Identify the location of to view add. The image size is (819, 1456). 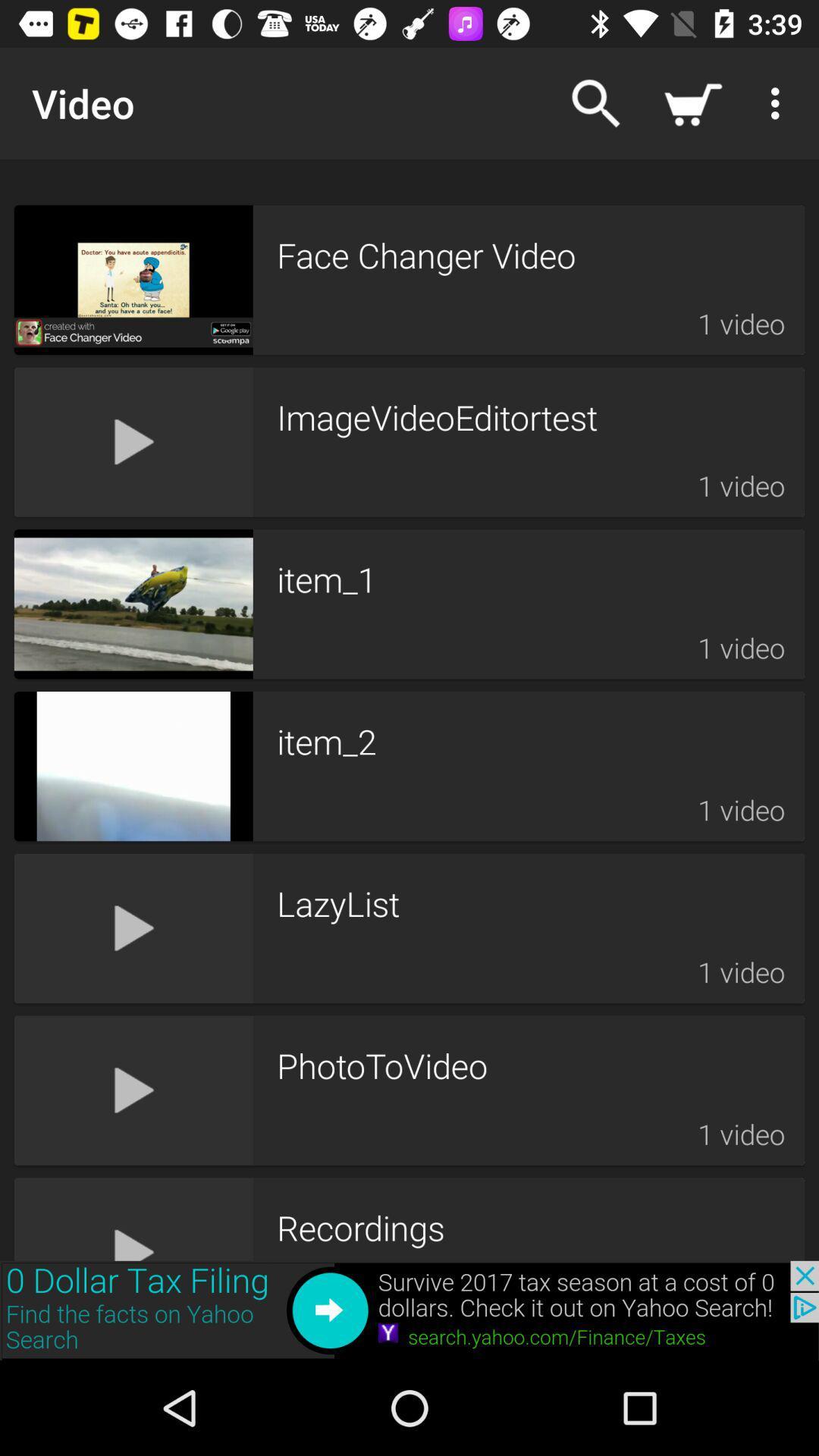
(409, 1310).